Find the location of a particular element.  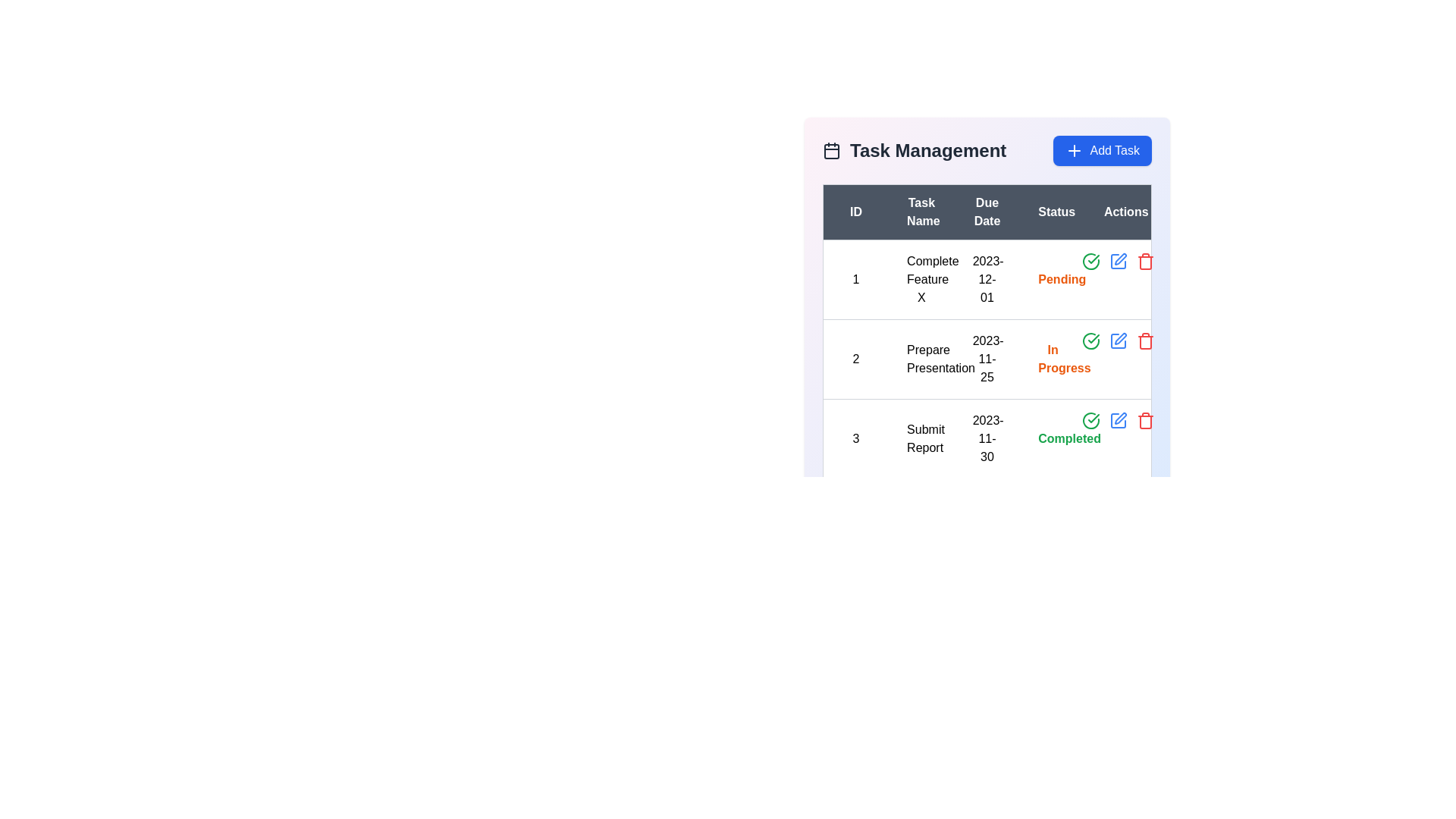

the text label displaying 'Complete Feature X' in the task management table, located under the 'Task Name' header is located at coordinates (921, 280).